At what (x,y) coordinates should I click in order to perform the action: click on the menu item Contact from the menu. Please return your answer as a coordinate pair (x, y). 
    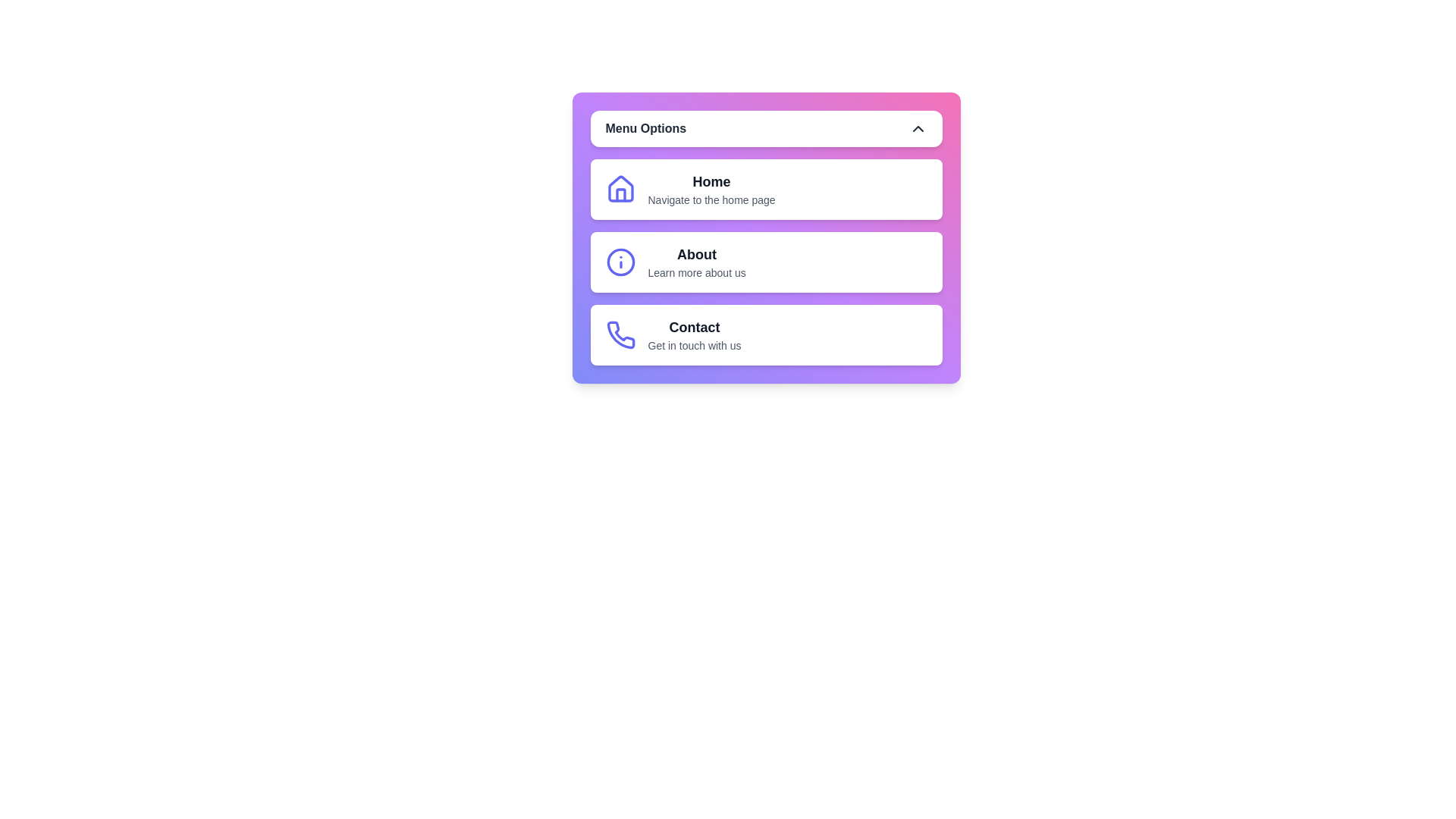
    Looking at the image, I should click on (766, 334).